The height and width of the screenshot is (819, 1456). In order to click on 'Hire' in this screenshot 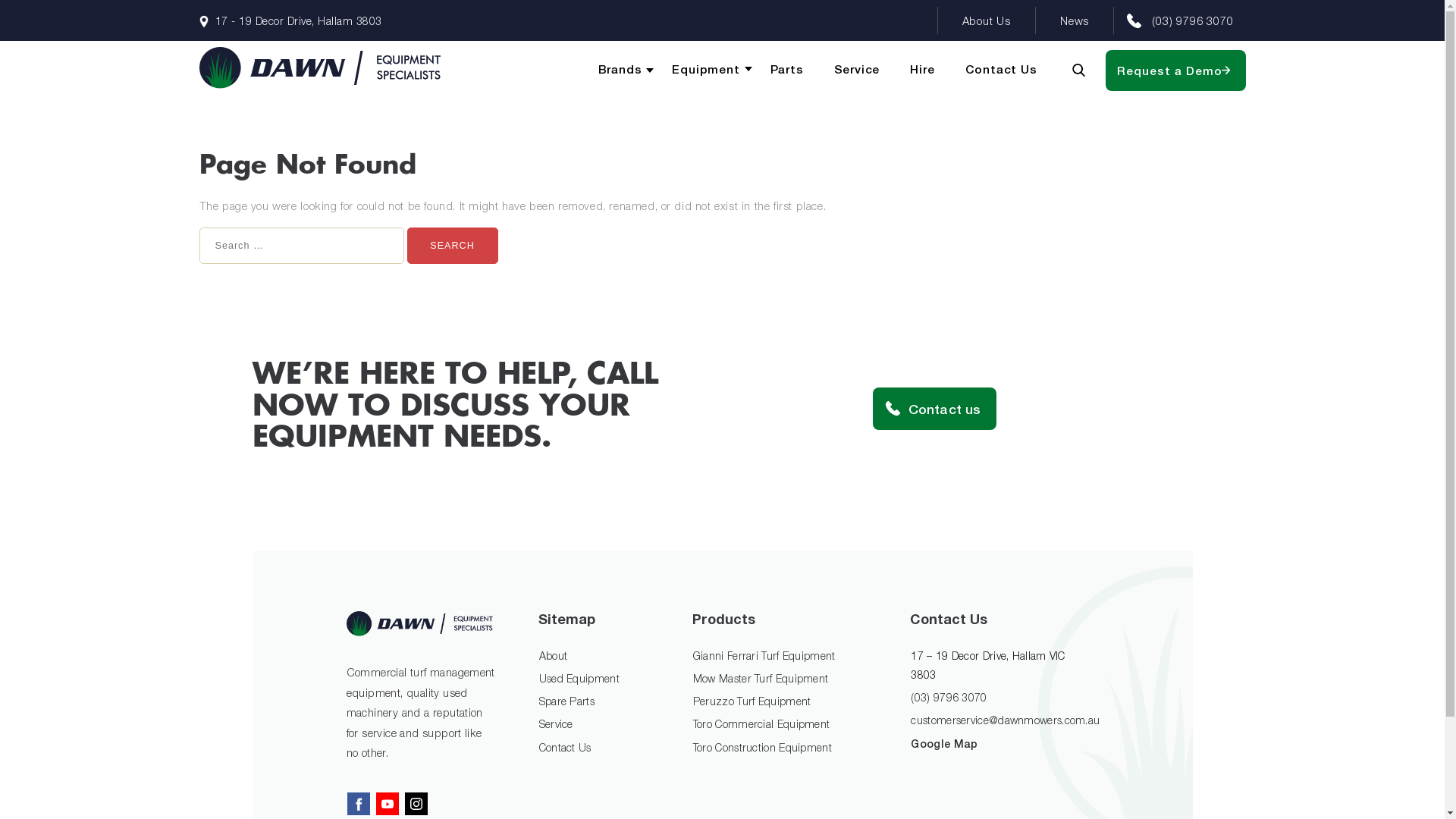, I will do `click(921, 70)`.